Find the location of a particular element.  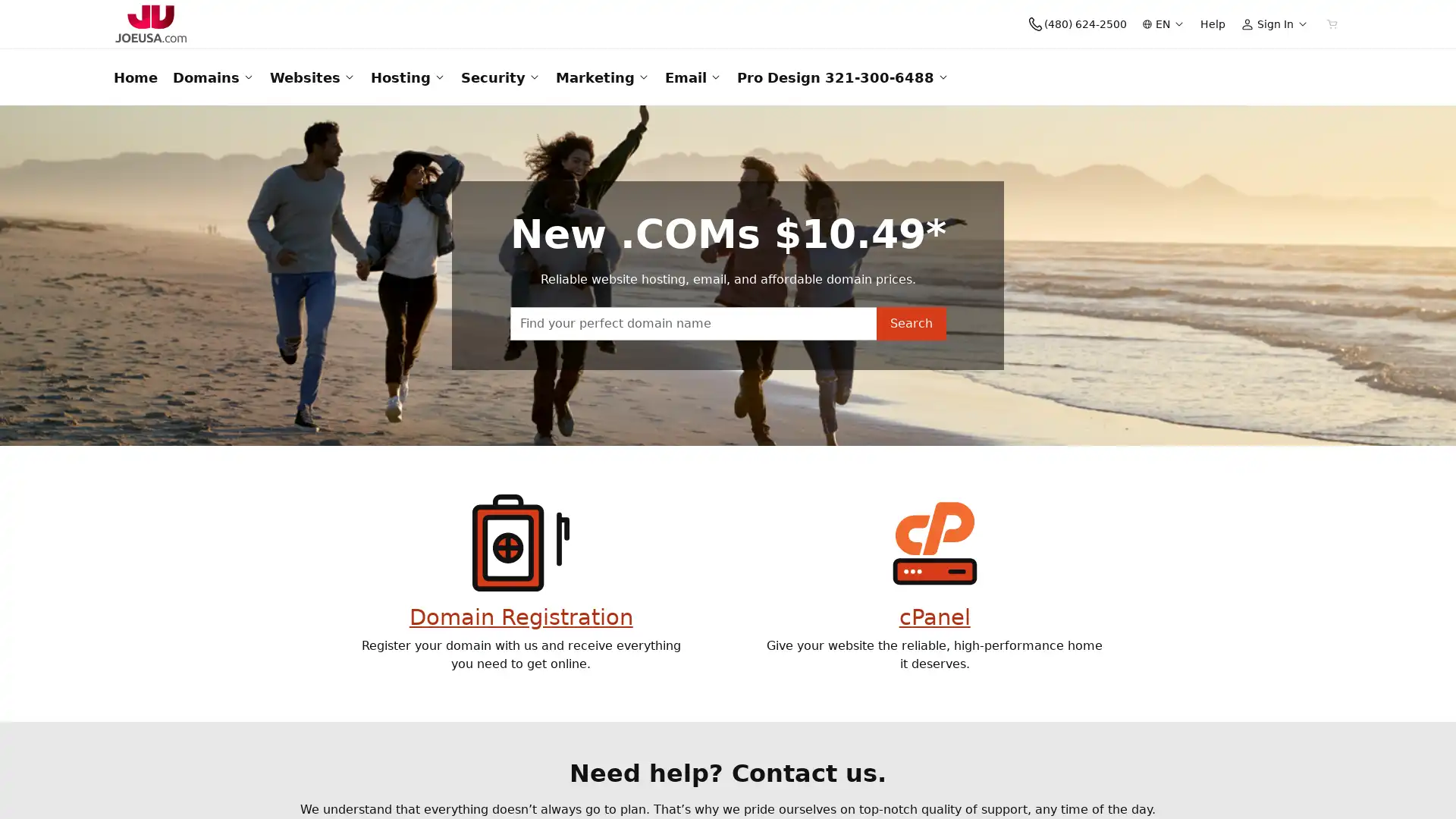

Manage Settings is located at coordinates (1222, 783).